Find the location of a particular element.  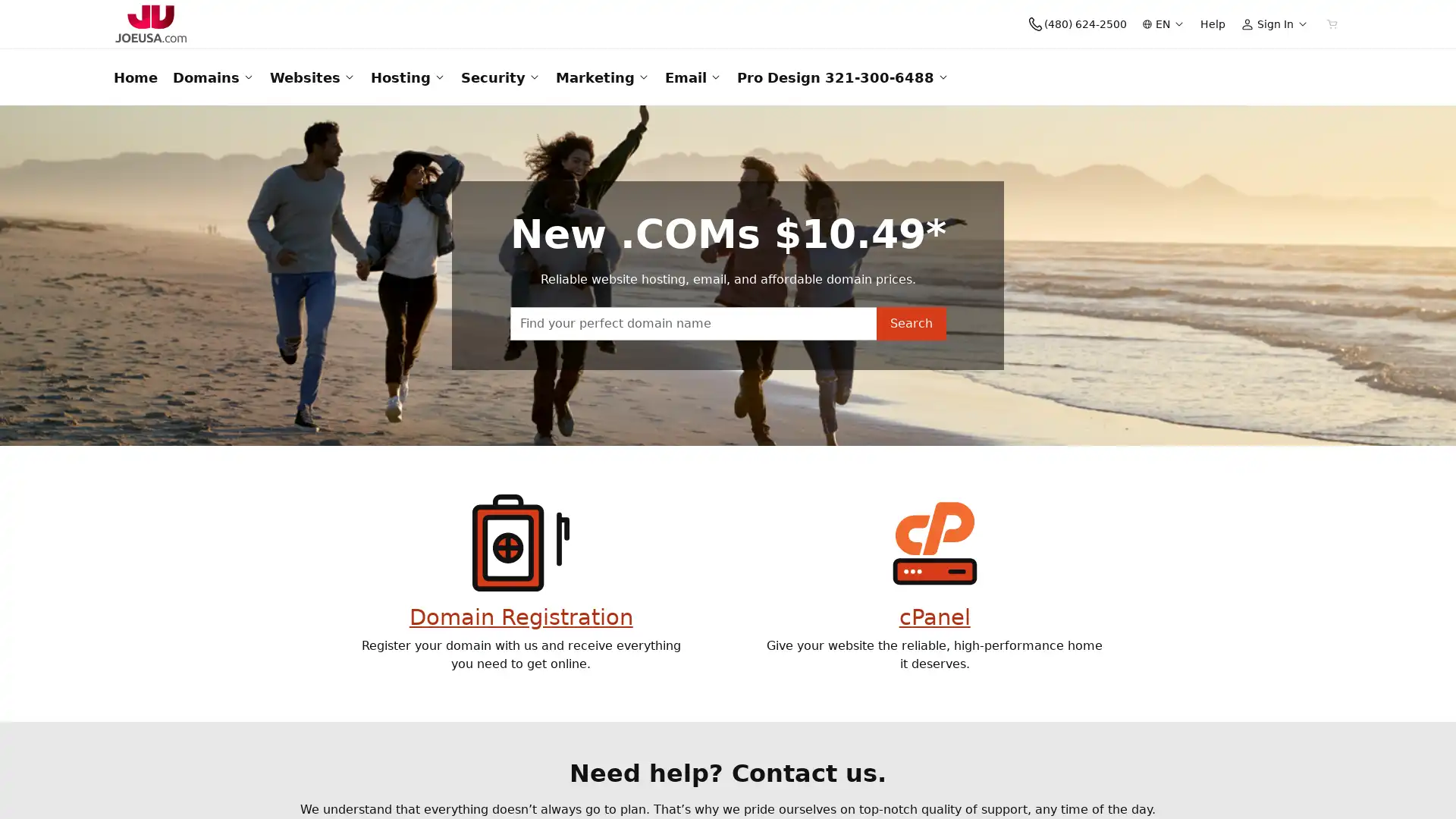

Manage Settings is located at coordinates (1222, 783).